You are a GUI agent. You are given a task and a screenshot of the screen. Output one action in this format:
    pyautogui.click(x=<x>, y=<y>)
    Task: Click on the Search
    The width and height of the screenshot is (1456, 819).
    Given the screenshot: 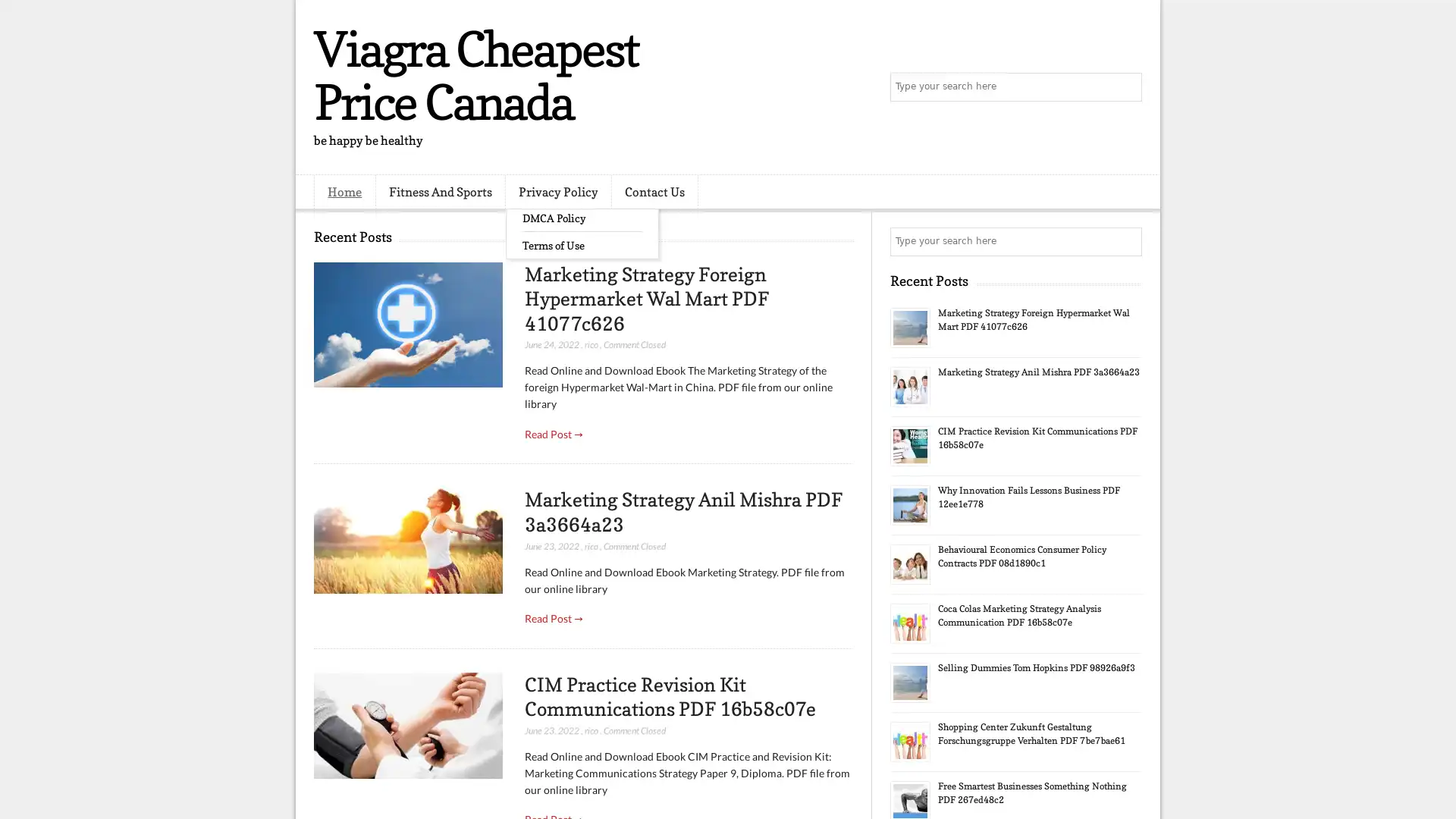 What is the action you would take?
    pyautogui.click(x=1126, y=87)
    